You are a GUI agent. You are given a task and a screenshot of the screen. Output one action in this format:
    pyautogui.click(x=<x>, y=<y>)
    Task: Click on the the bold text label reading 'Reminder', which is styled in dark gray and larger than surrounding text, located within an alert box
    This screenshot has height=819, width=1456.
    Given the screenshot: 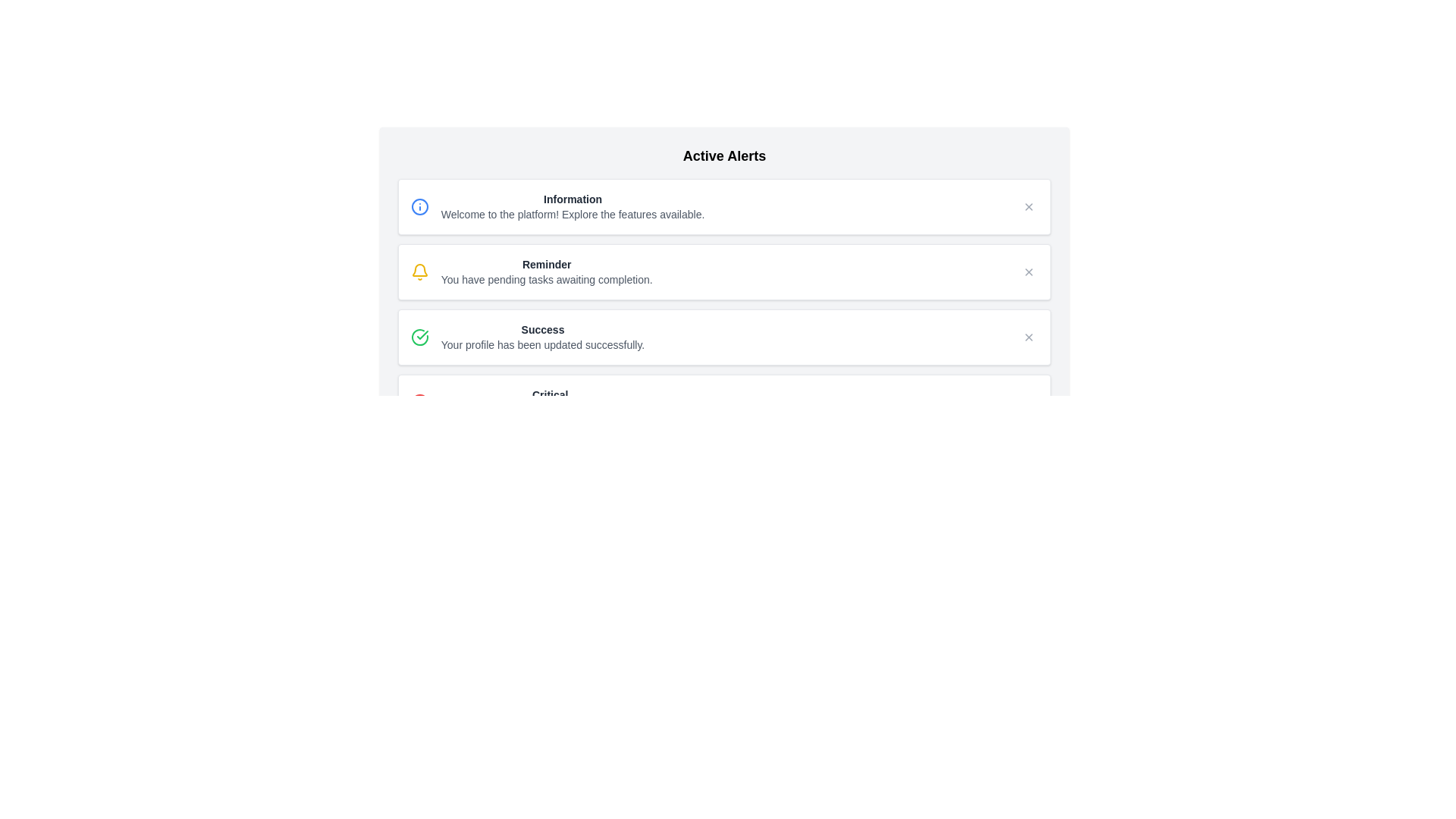 What is the action you would take?
    pyautogui.click(x=546, y=263)
    